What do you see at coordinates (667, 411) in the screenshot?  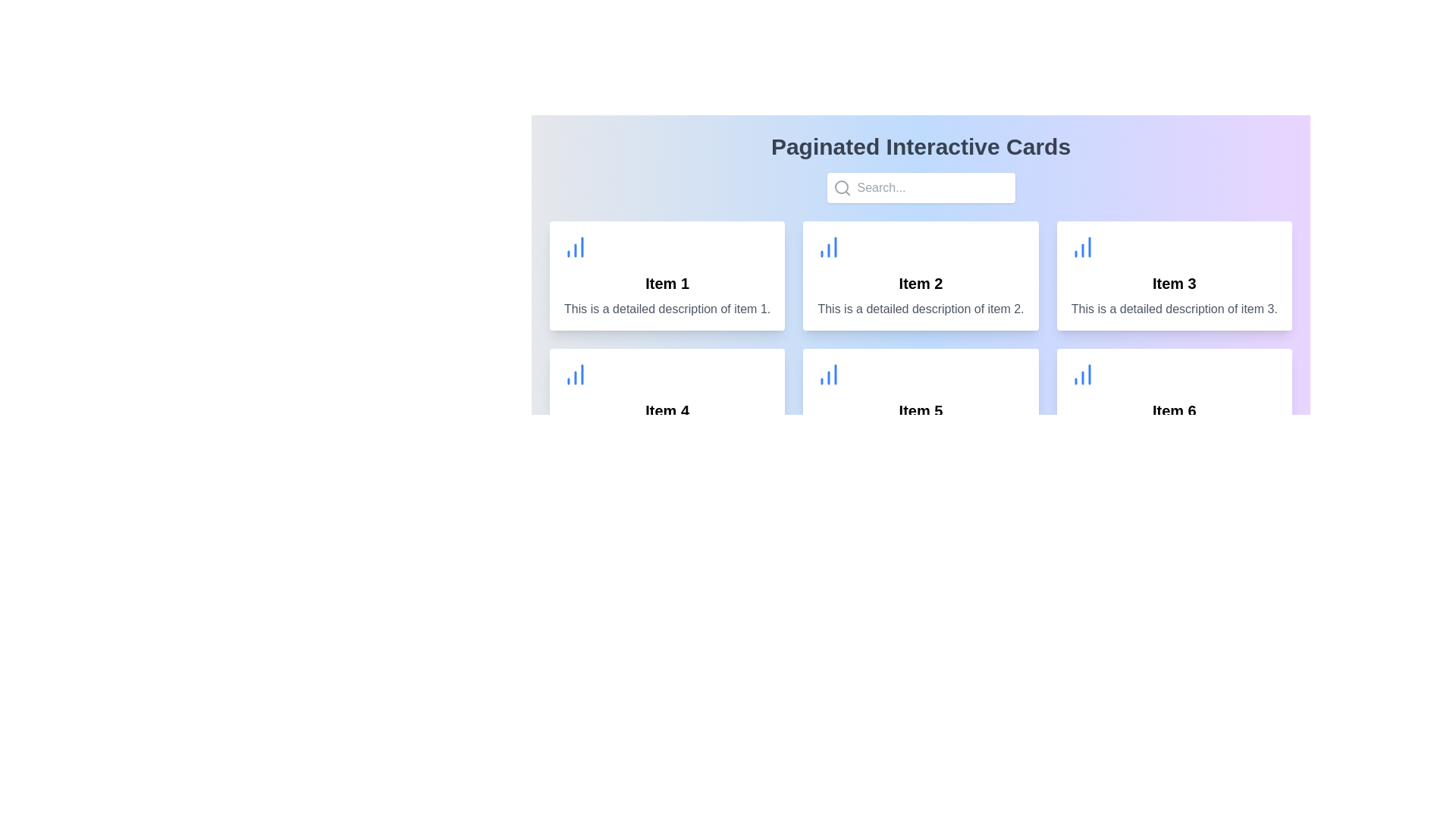 I see `the bold text label reading 'Item 4' located in the center of a white card with rounded edges and a light shadow, positioned in the fourth card of a grid layout, second row, first column` at bounding box center [667, 411].